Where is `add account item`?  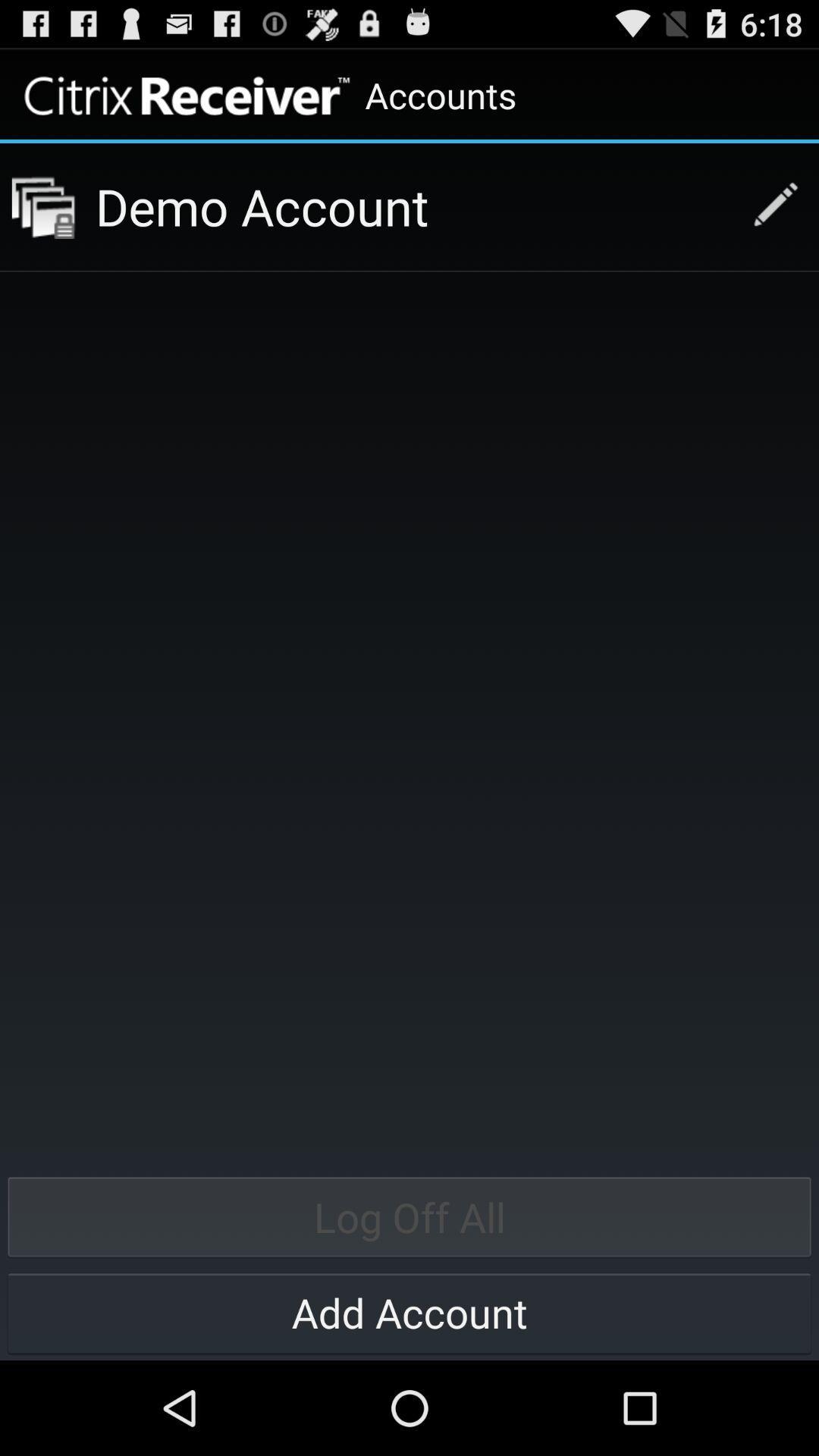 add account item is located at coordinates (409, 1312).